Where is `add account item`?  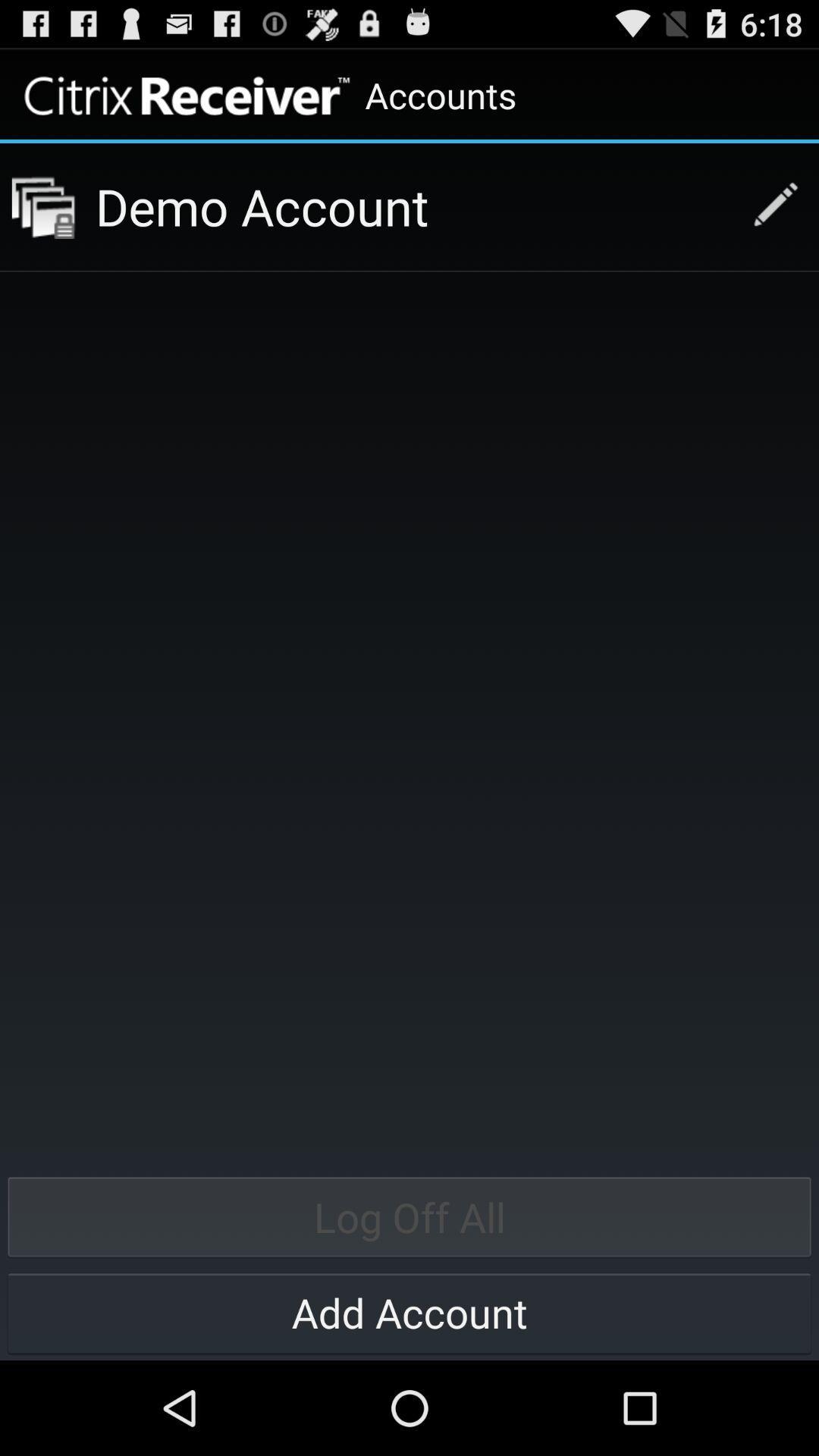 add account item is located at coordinates (409, 1312).